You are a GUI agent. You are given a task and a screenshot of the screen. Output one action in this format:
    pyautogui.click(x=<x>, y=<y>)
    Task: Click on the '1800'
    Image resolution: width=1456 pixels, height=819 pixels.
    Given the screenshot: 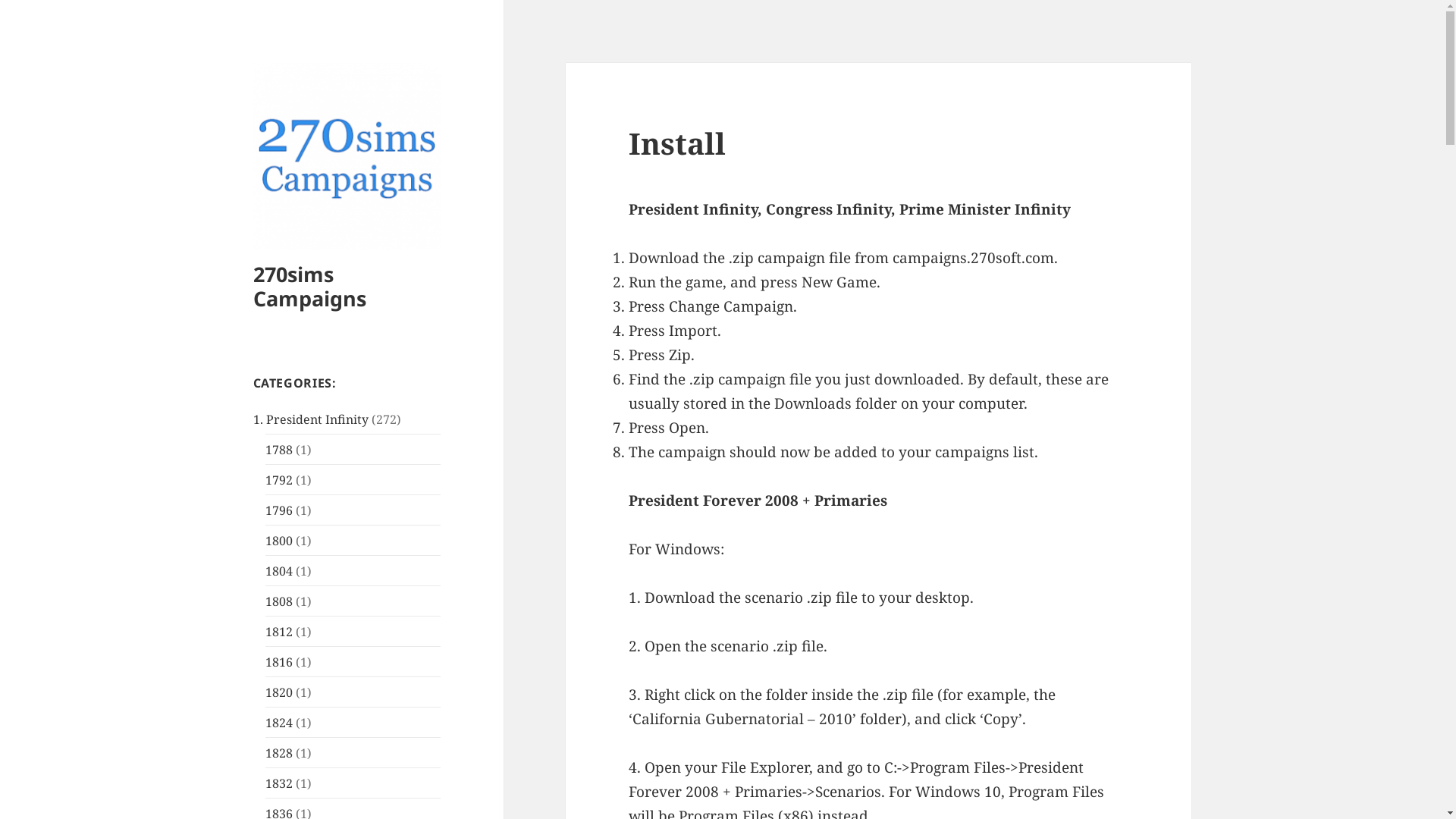 What is the action you would take?
    pyautogui.click(x=279, y=540)
    